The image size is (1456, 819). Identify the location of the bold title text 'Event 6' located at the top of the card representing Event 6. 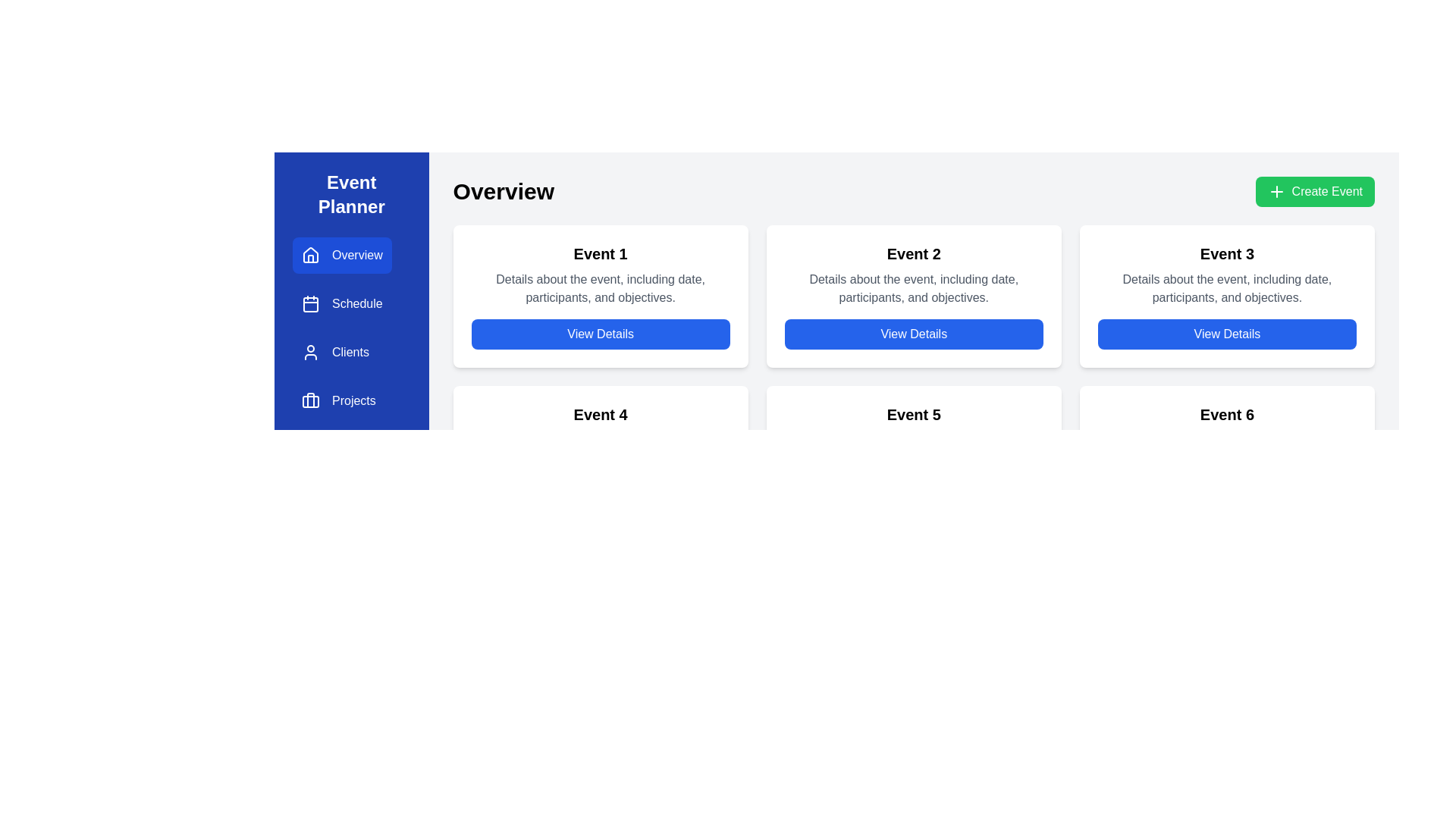
(1227, 415).